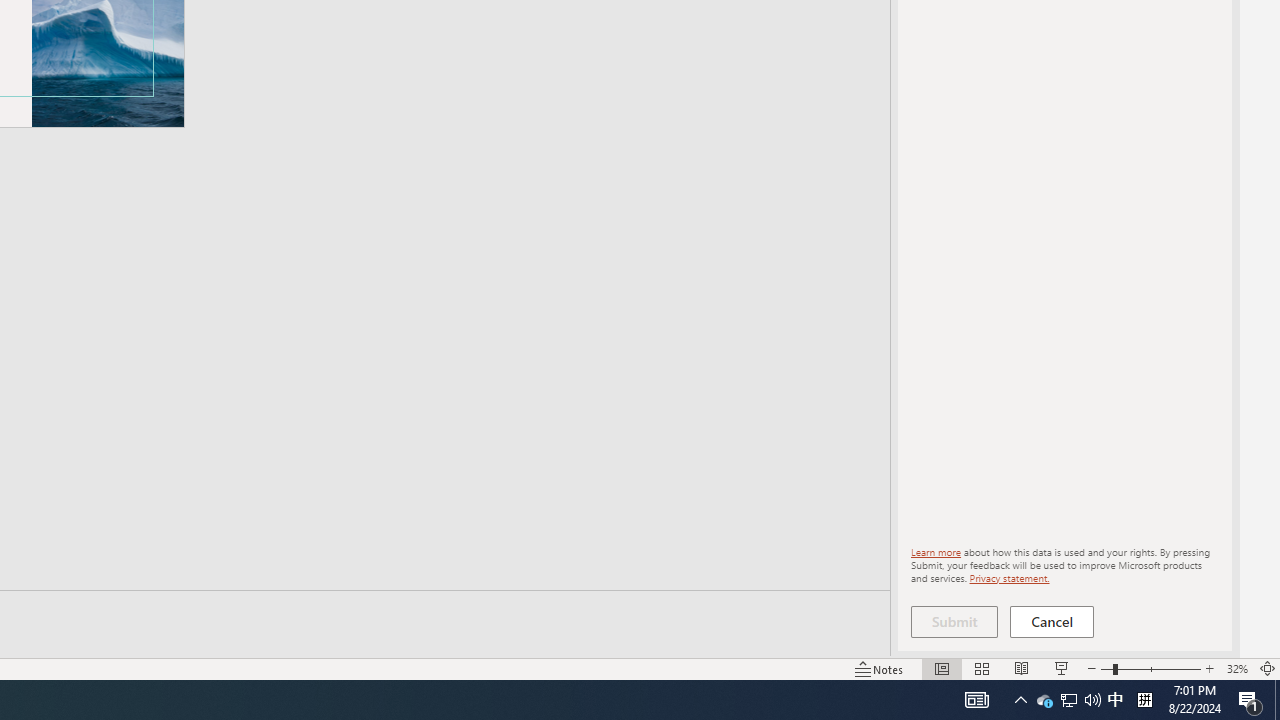 The height and width of the screenshot is (720, 1280). I want to click on 'Zoom to Fit ', so click(1266, 669).